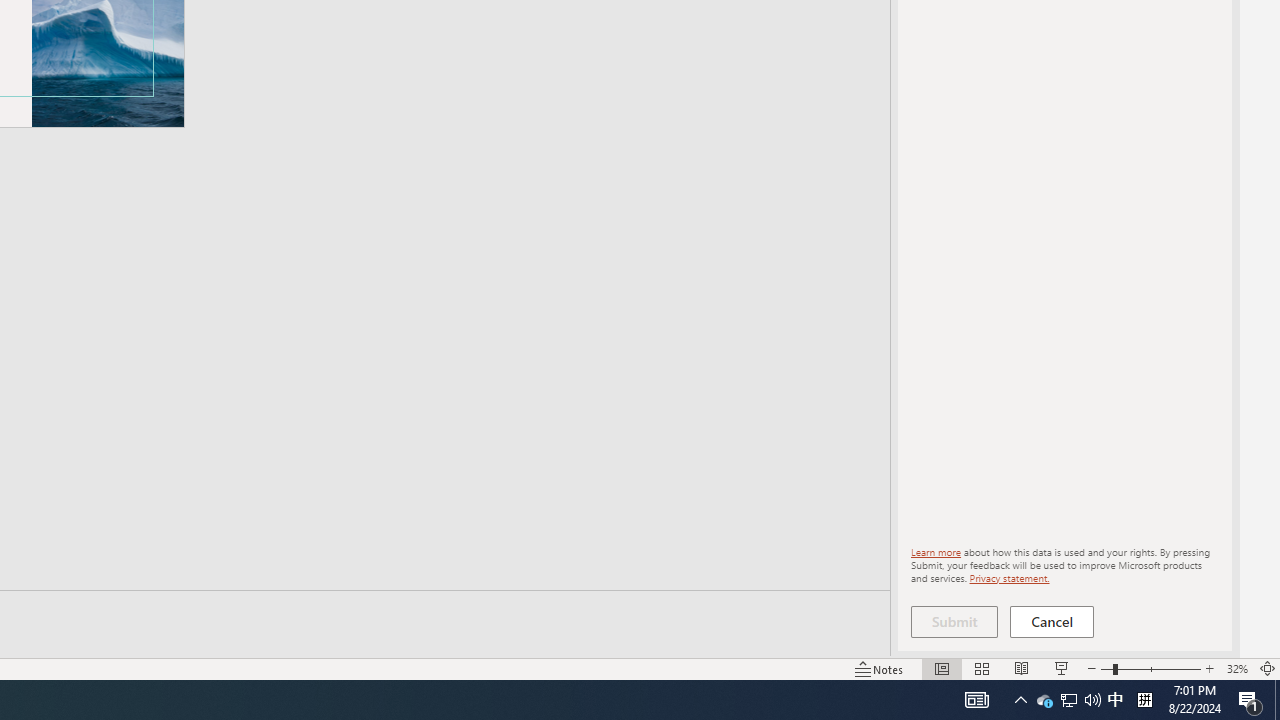 The height and width of the screenshot is (720, 1280). I want to click on 'Zoom to Fit ', so click(1266, 669).